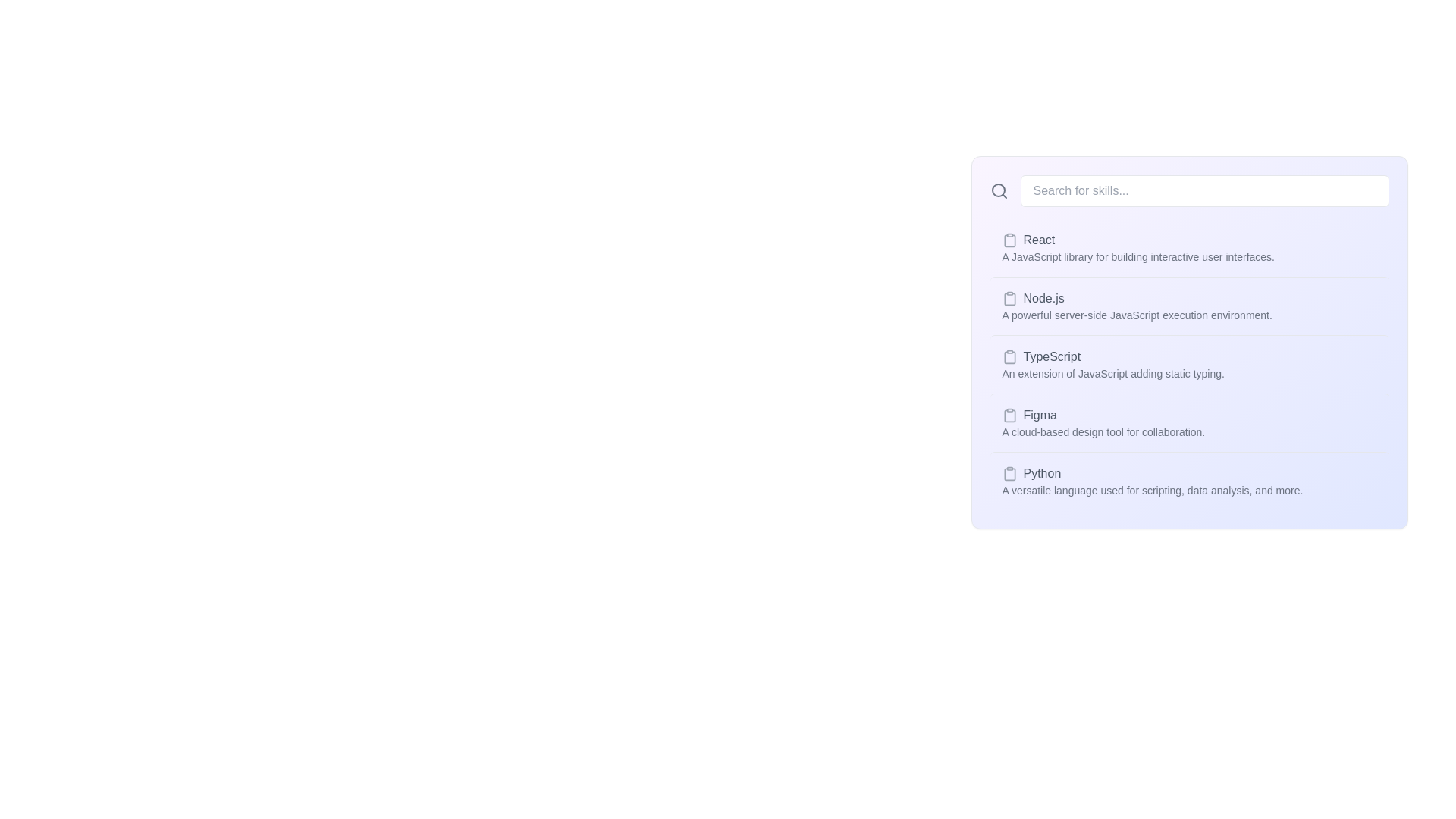 Image resolution: width=1456 pixels, height=819 pixels. What do you see at coordinates (1138, 239) in the screenshot?
I see `the List item entry for the React framework` at bounding box center [1138, 239].